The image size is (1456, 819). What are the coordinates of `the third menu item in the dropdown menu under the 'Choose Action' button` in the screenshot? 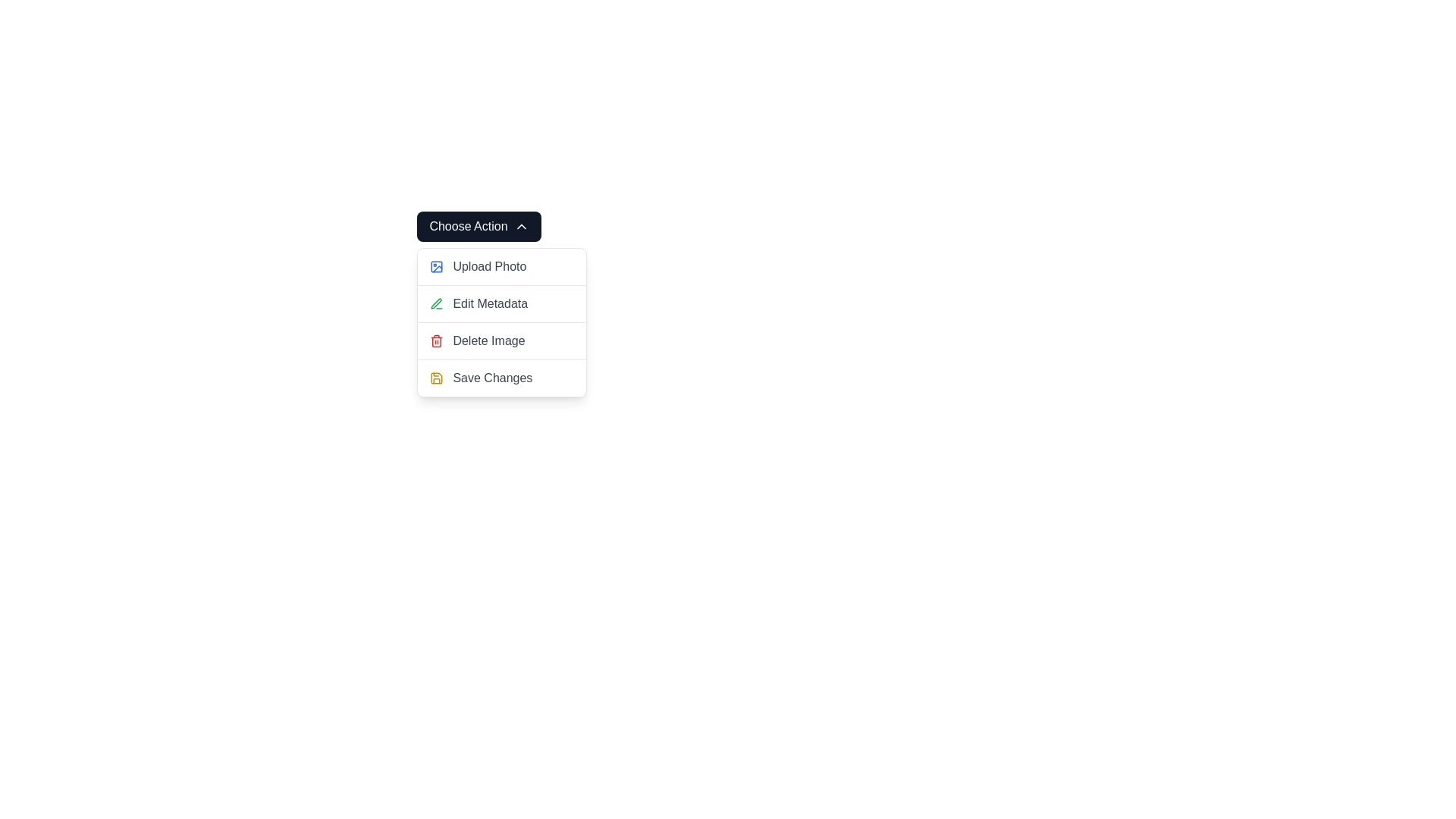 It's located at (502, 340).